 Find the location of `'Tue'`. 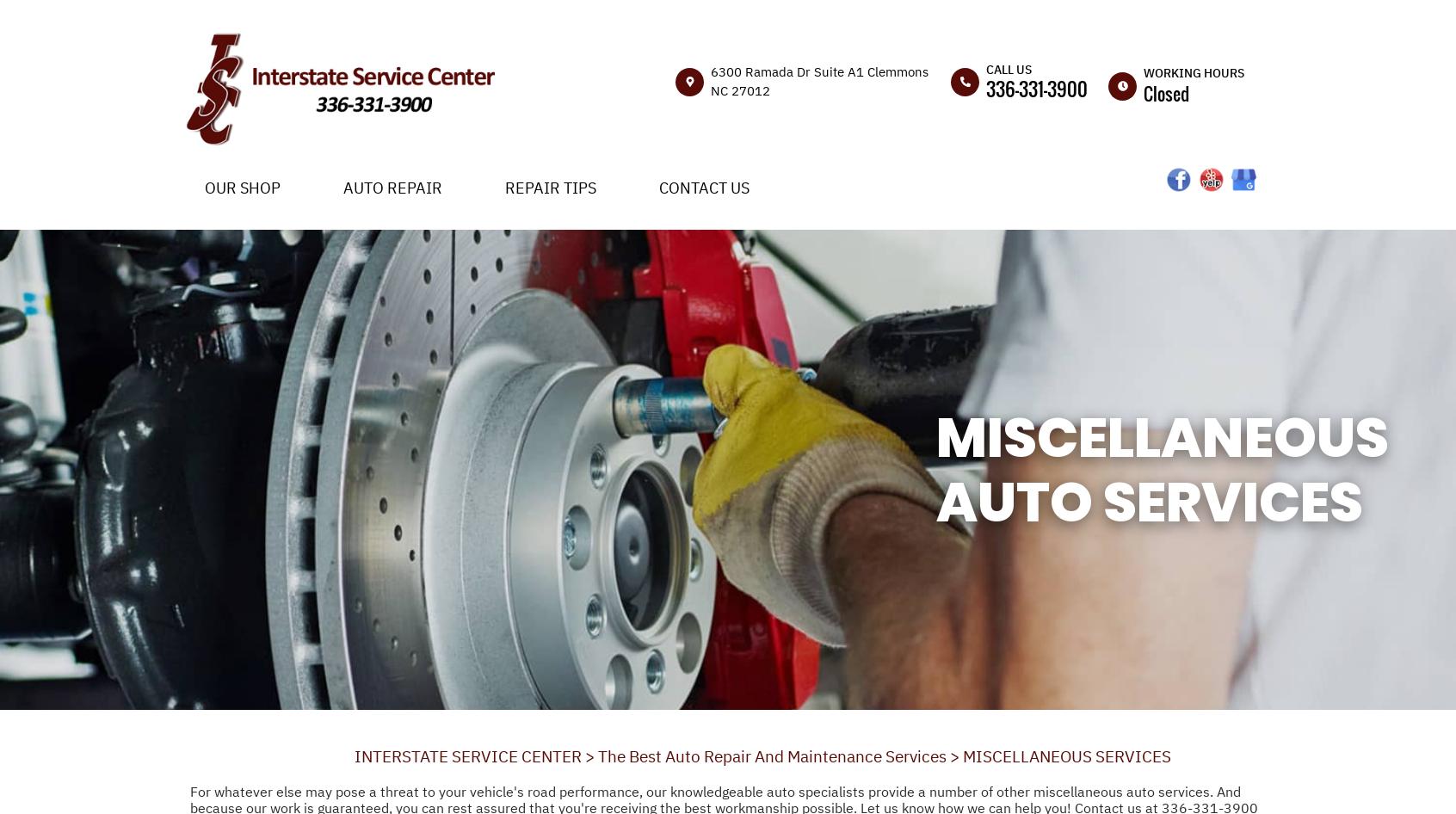

'Tue' is located at coordinates (1130, 183).